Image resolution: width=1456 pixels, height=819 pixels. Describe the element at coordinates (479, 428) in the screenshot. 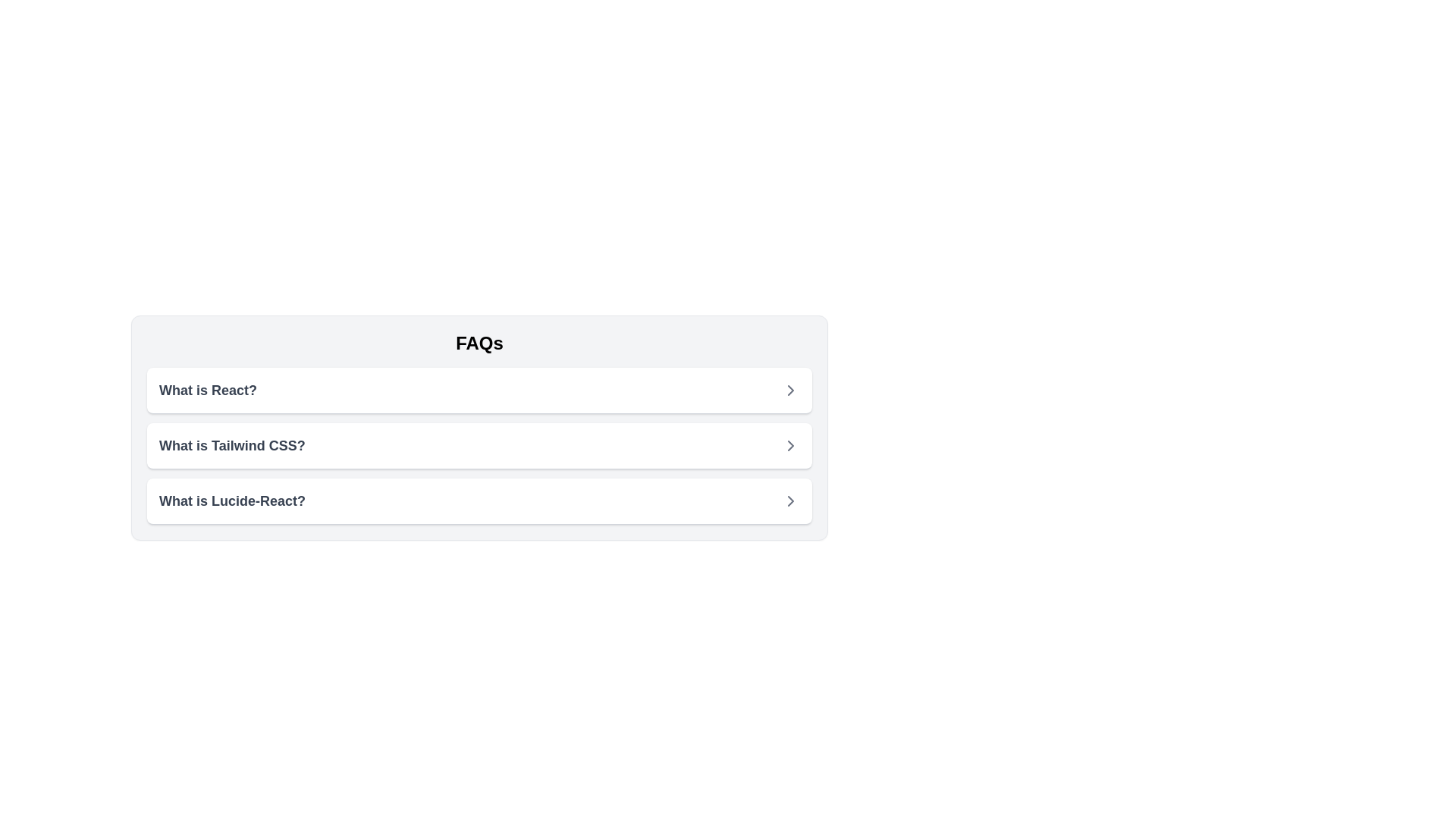

I see `the collapsible list entry in the frequently asked questions section` at that location.